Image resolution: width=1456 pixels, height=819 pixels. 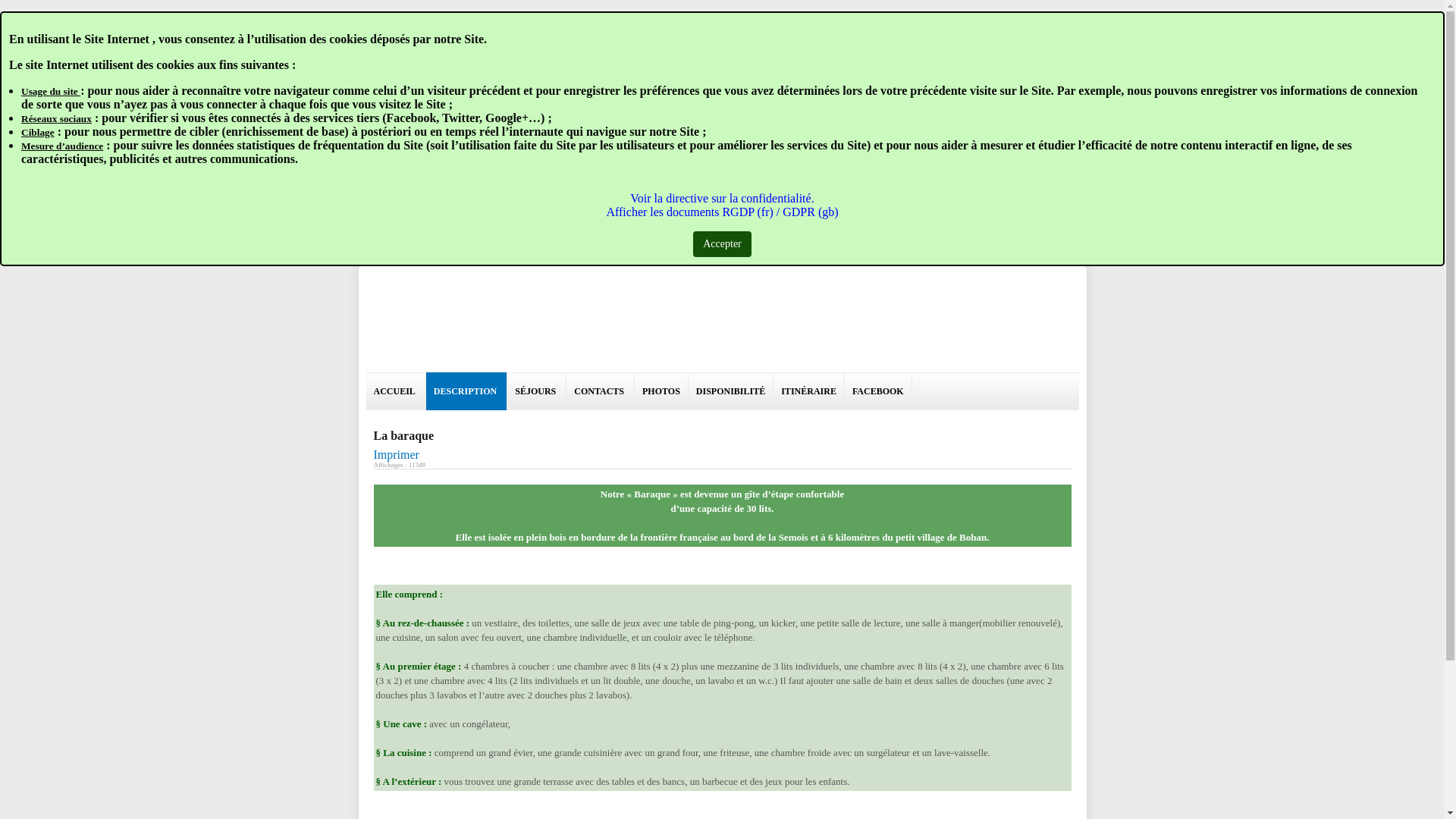 What do you see at coordinates (721, 243) in the screenshot?
I see `'Accepter'` at bounding box center [721, 243].